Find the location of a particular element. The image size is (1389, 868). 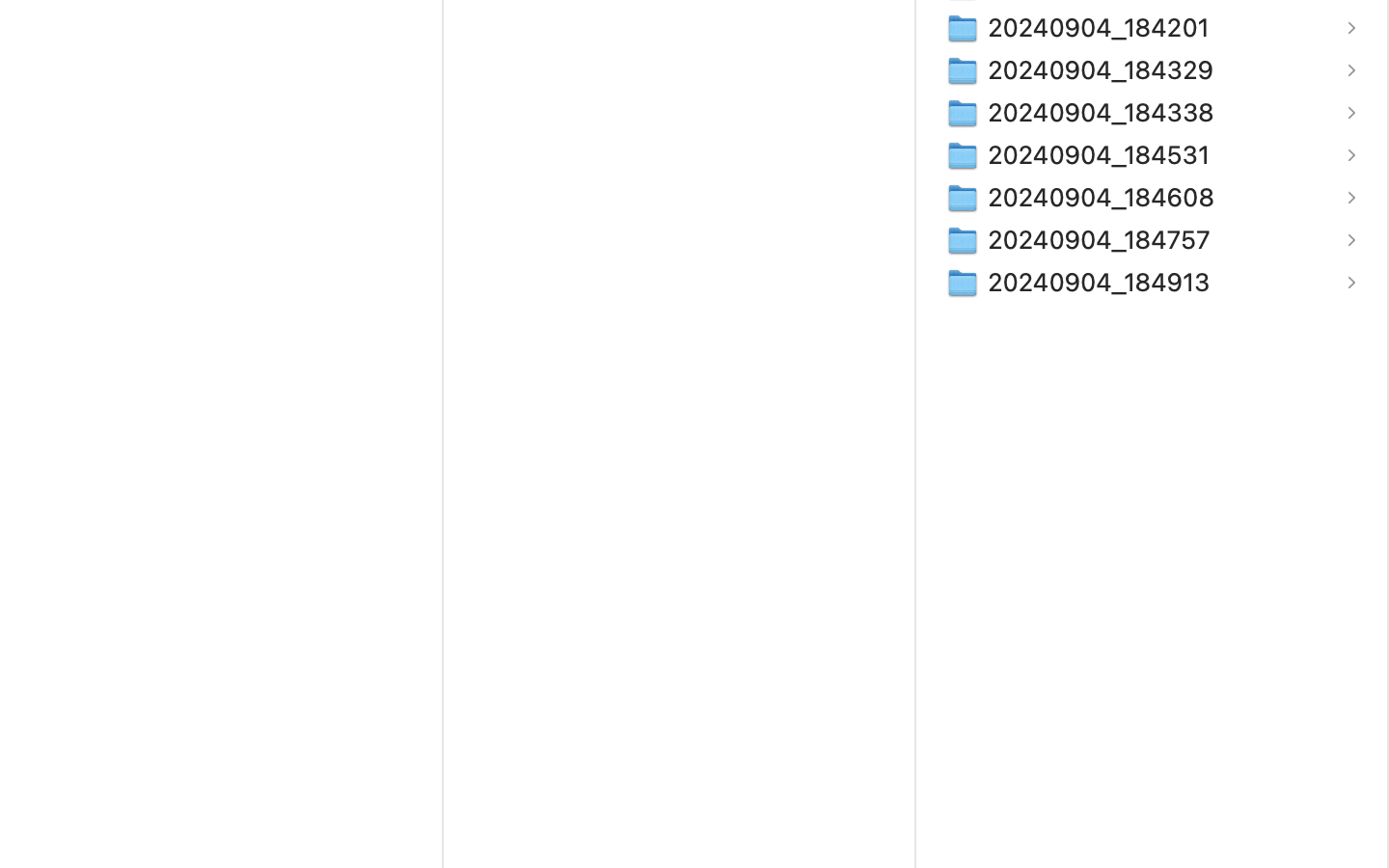

'20240904_184913' is located at coordinates (1103, 280).